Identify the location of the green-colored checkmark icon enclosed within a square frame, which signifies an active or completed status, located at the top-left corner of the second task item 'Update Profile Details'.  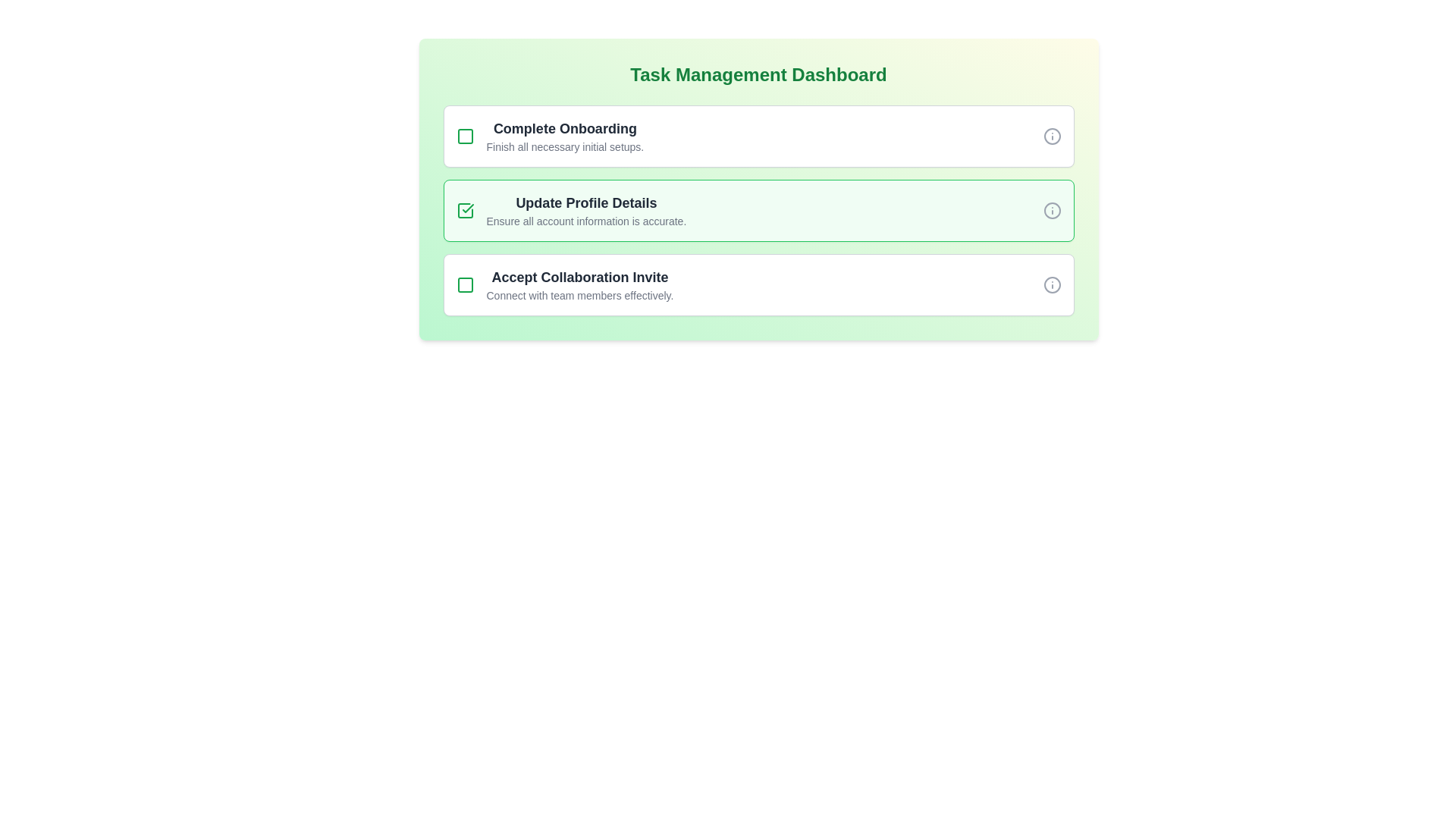
(464, 210).